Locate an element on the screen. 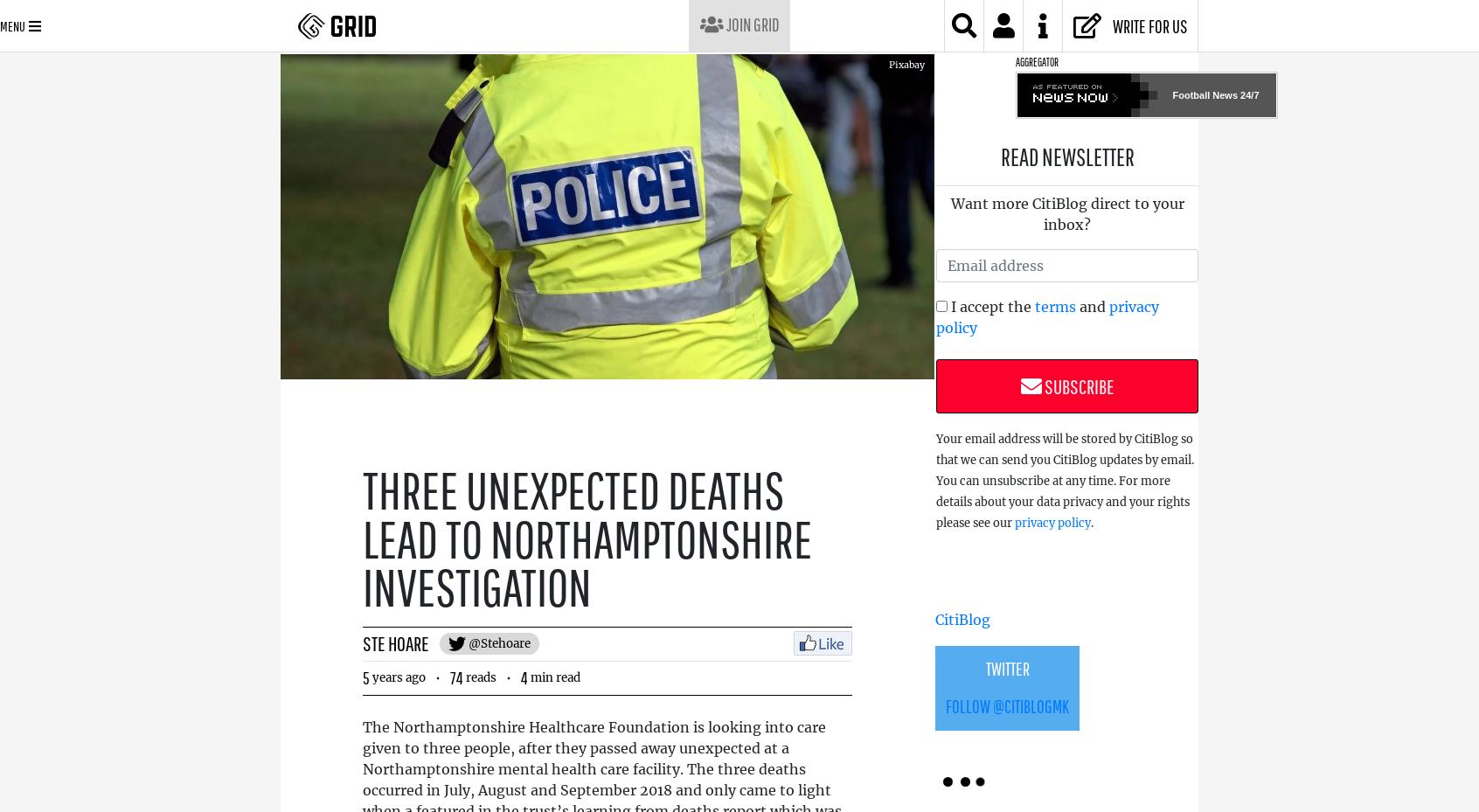 This screenshot has height=812, width=1479. '24/7' is located at coordinates (1247, 94).